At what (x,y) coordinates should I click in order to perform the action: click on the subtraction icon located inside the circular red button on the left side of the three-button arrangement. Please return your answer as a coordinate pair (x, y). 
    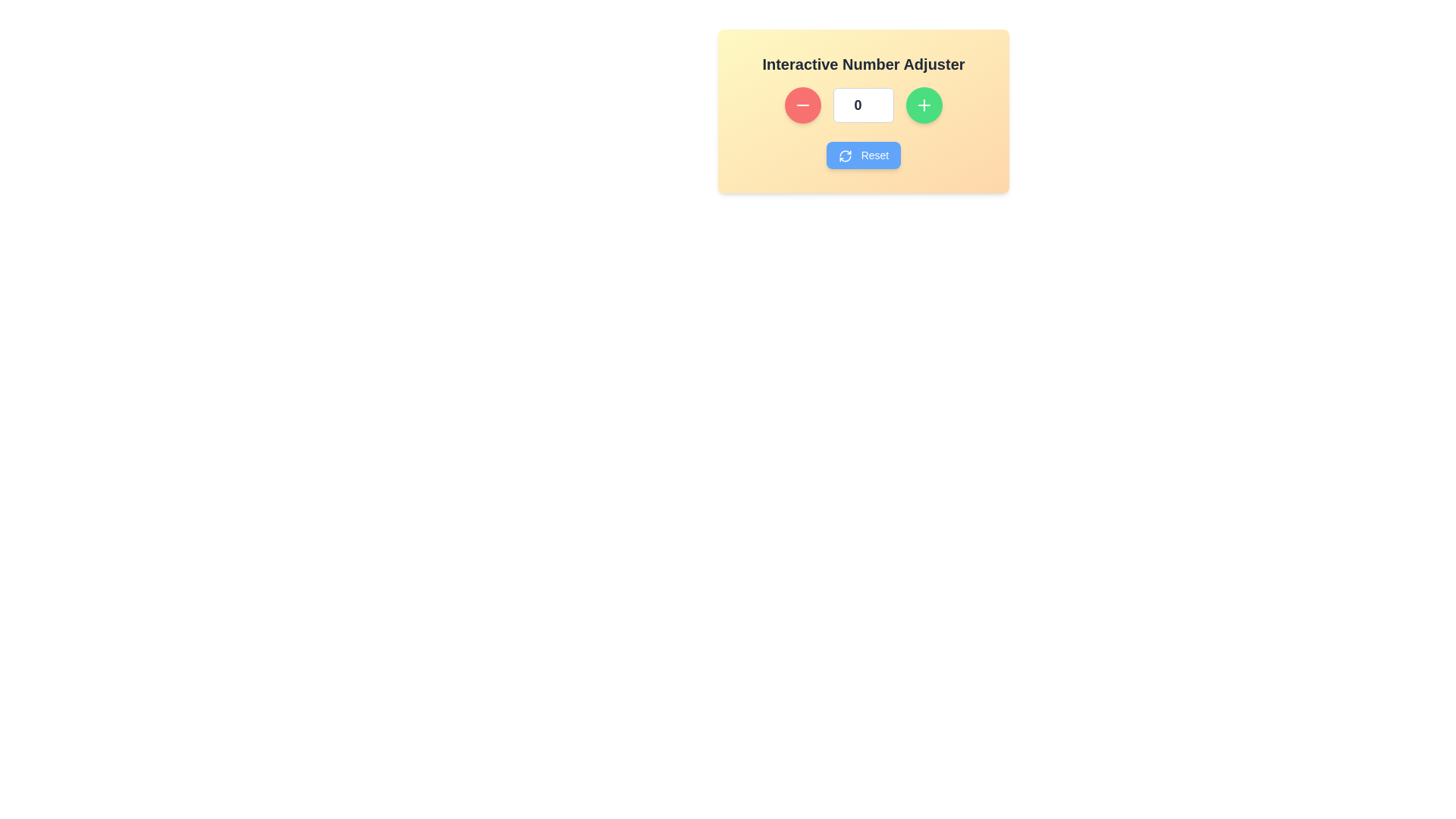
    Looking at the image, I should click on (802, 104).